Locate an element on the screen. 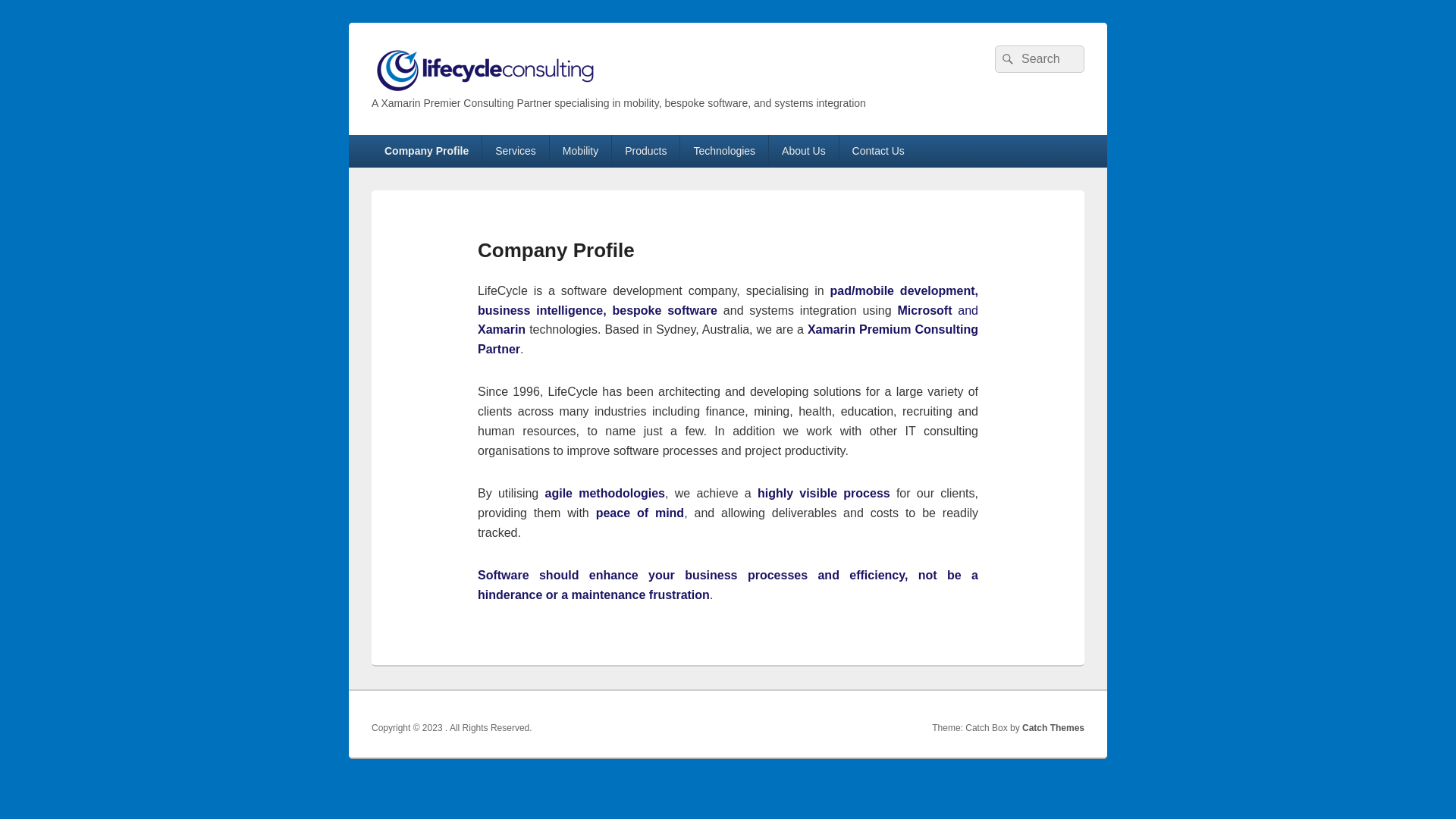 Image resolution: width=1456 pixels, height=819 pixels. 'Contact Us' is located at coordinates (878, 151).